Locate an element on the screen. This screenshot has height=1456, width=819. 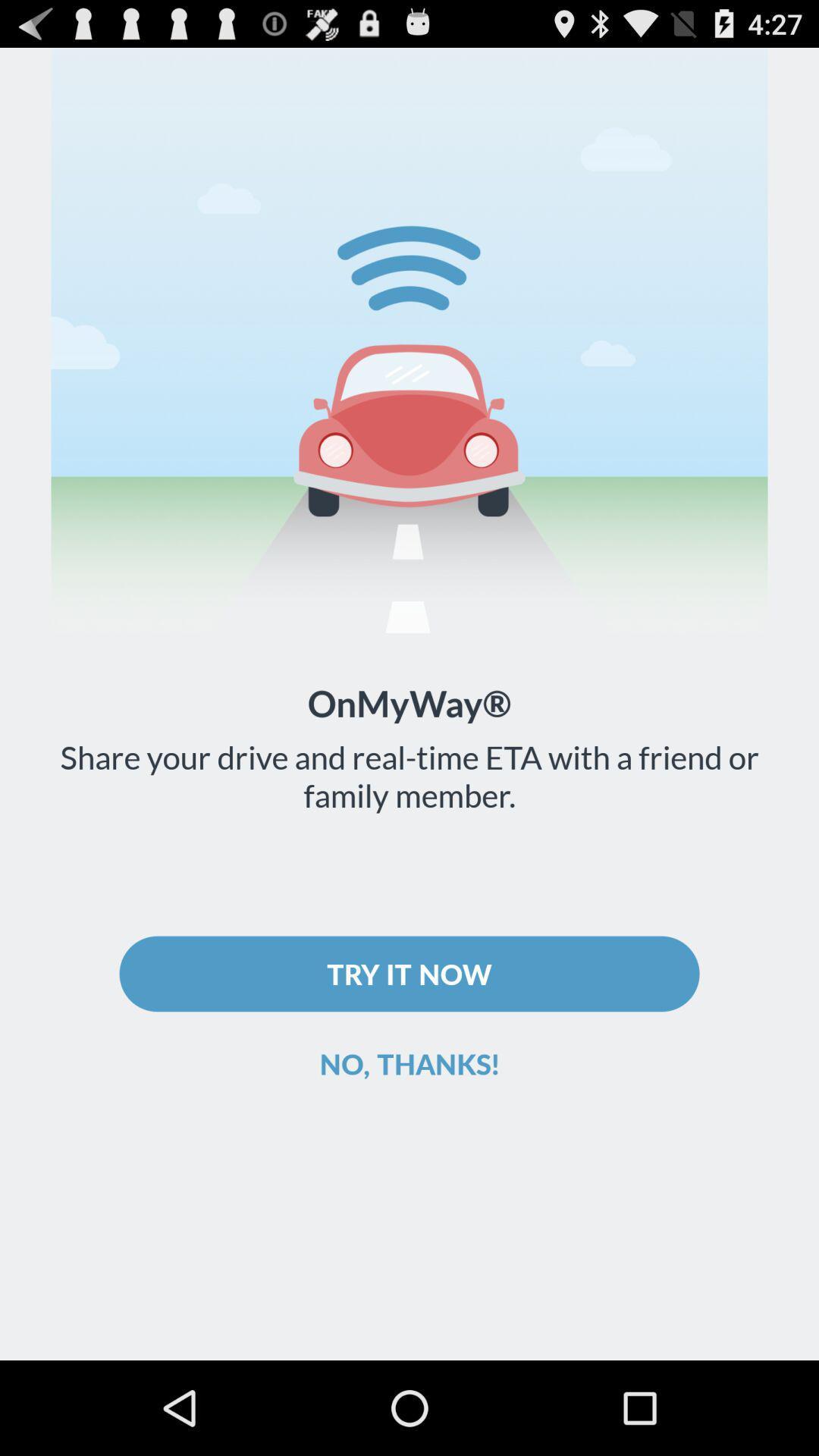
try it now is located at coordinates (409, 974).